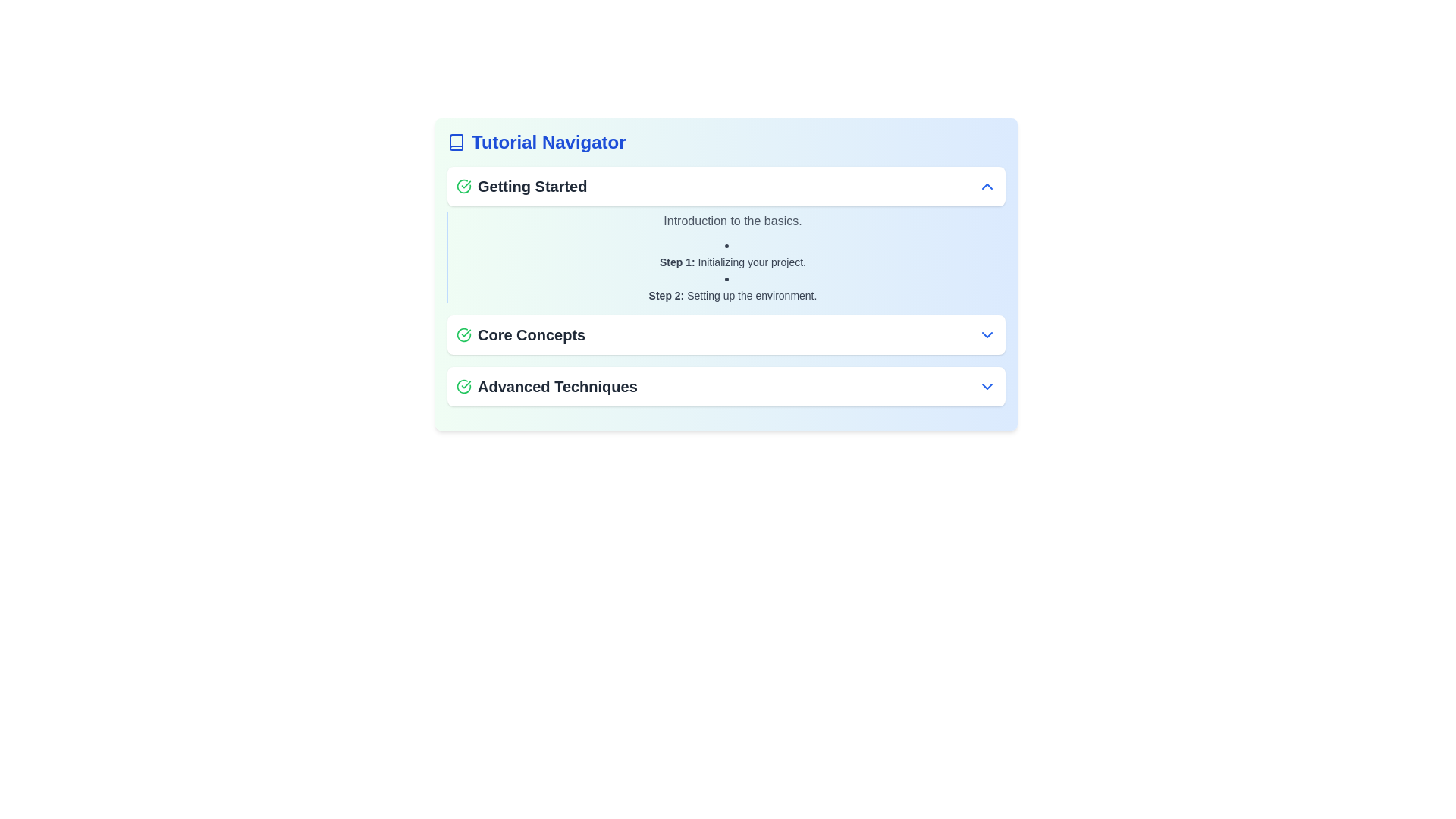  What do you see at coordinates (987, 385) in the screenshot?
I see `the downward-pointing chevron icon styled in blue` at bounding box center [987, 385].